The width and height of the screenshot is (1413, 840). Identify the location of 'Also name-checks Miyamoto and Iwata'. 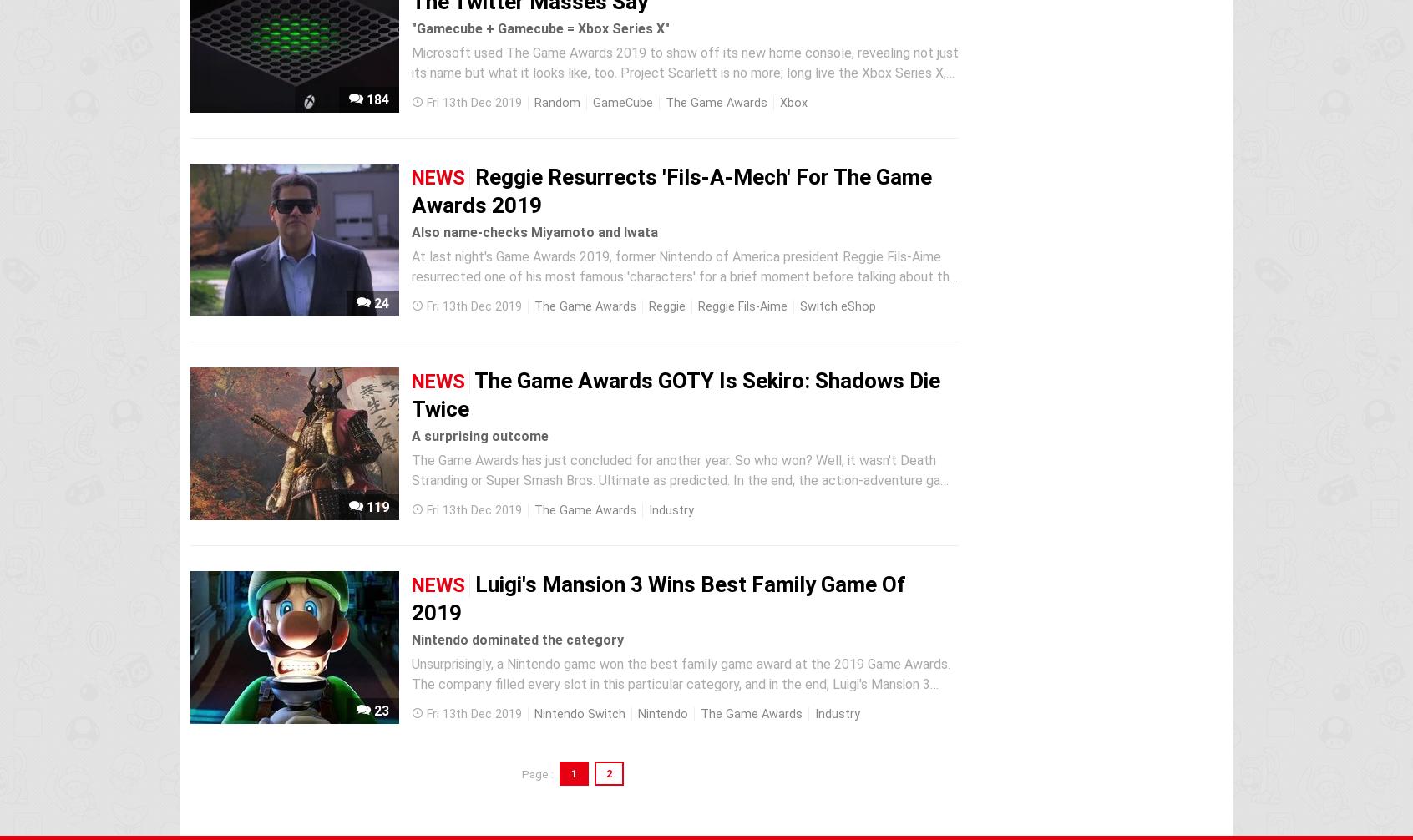
(534, 231).